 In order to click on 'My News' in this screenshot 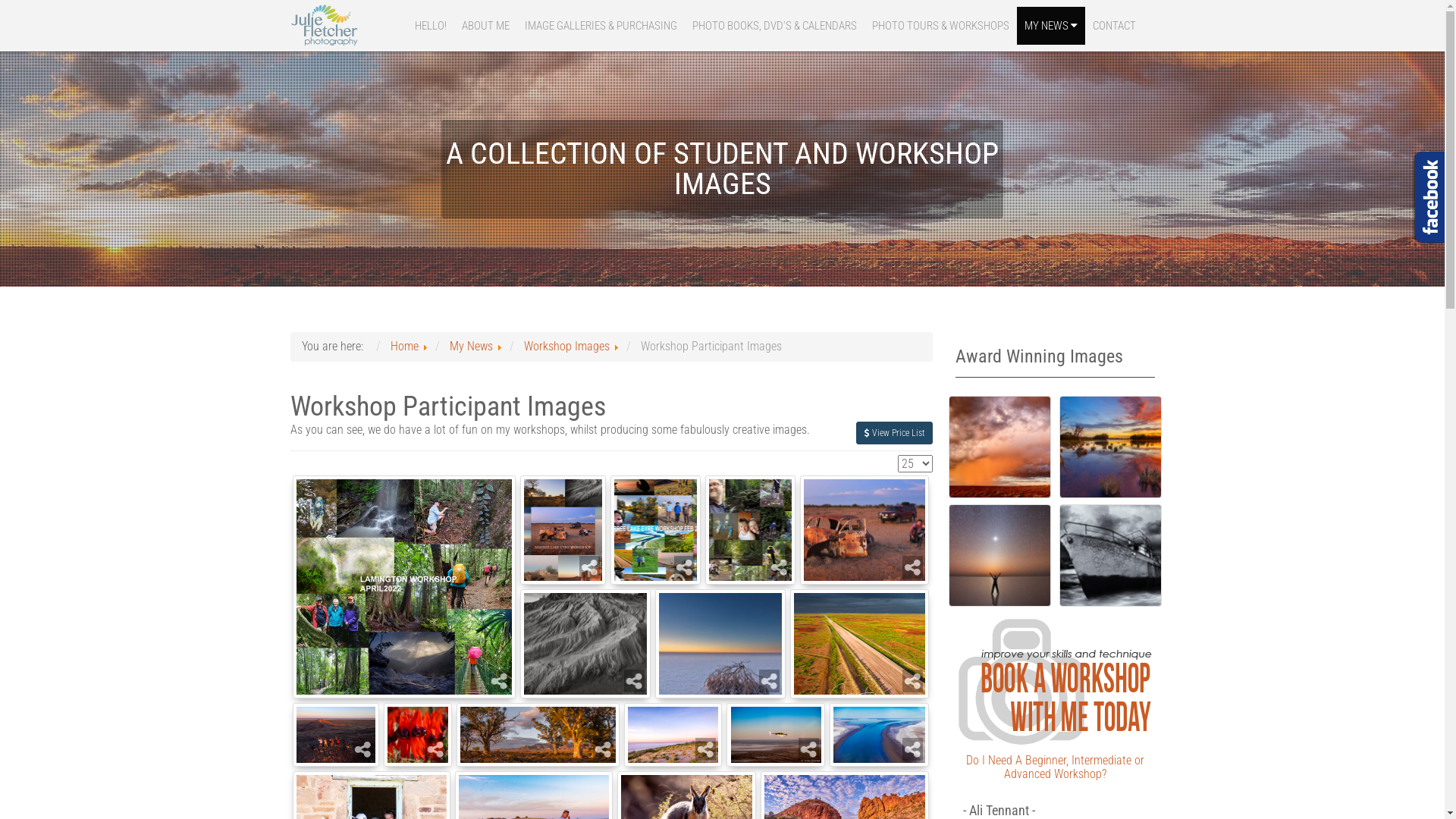, I will do `click(469, 346)`.